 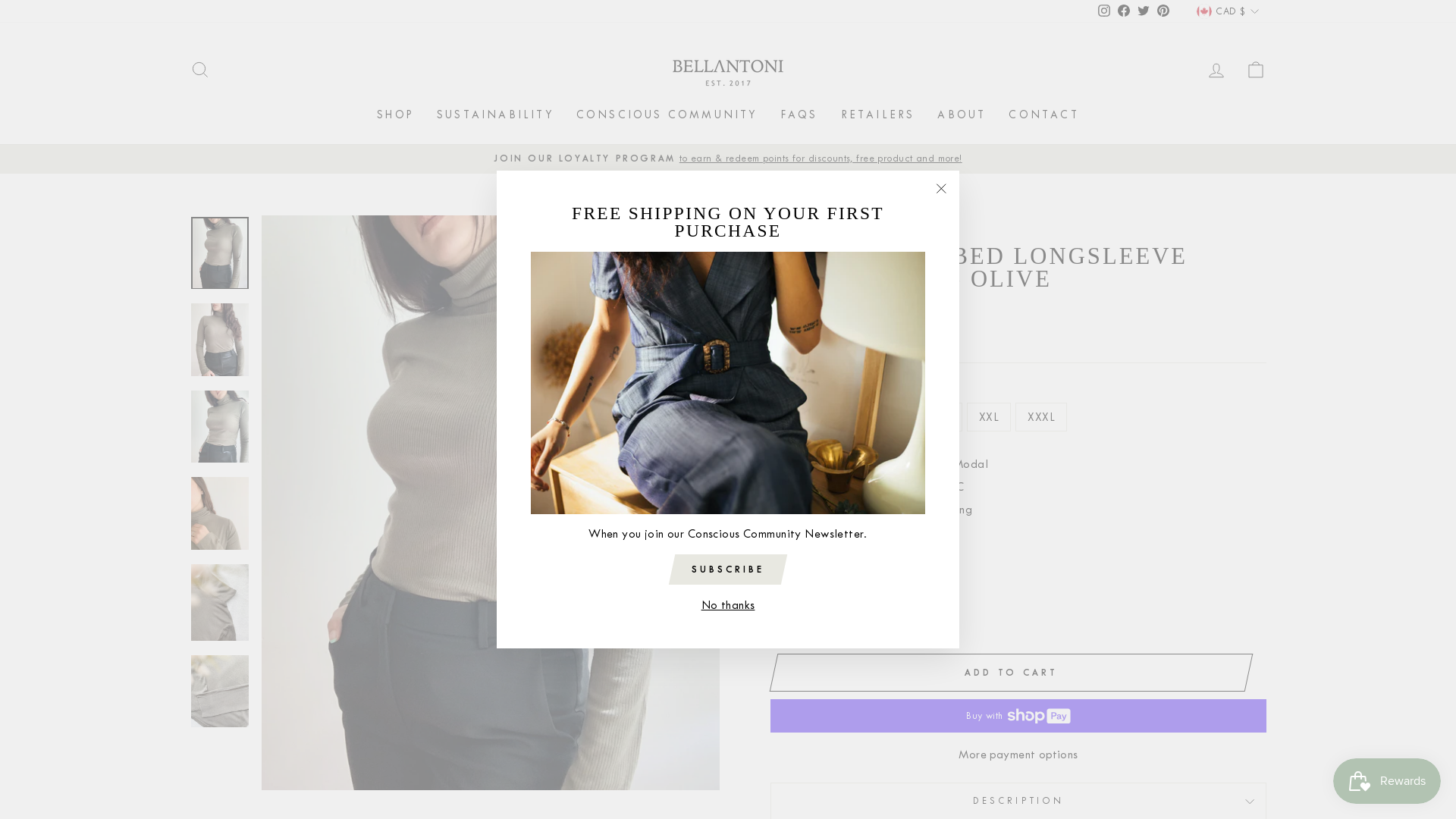 I want to click on 'SEARCH', so click(x=199, y=70).